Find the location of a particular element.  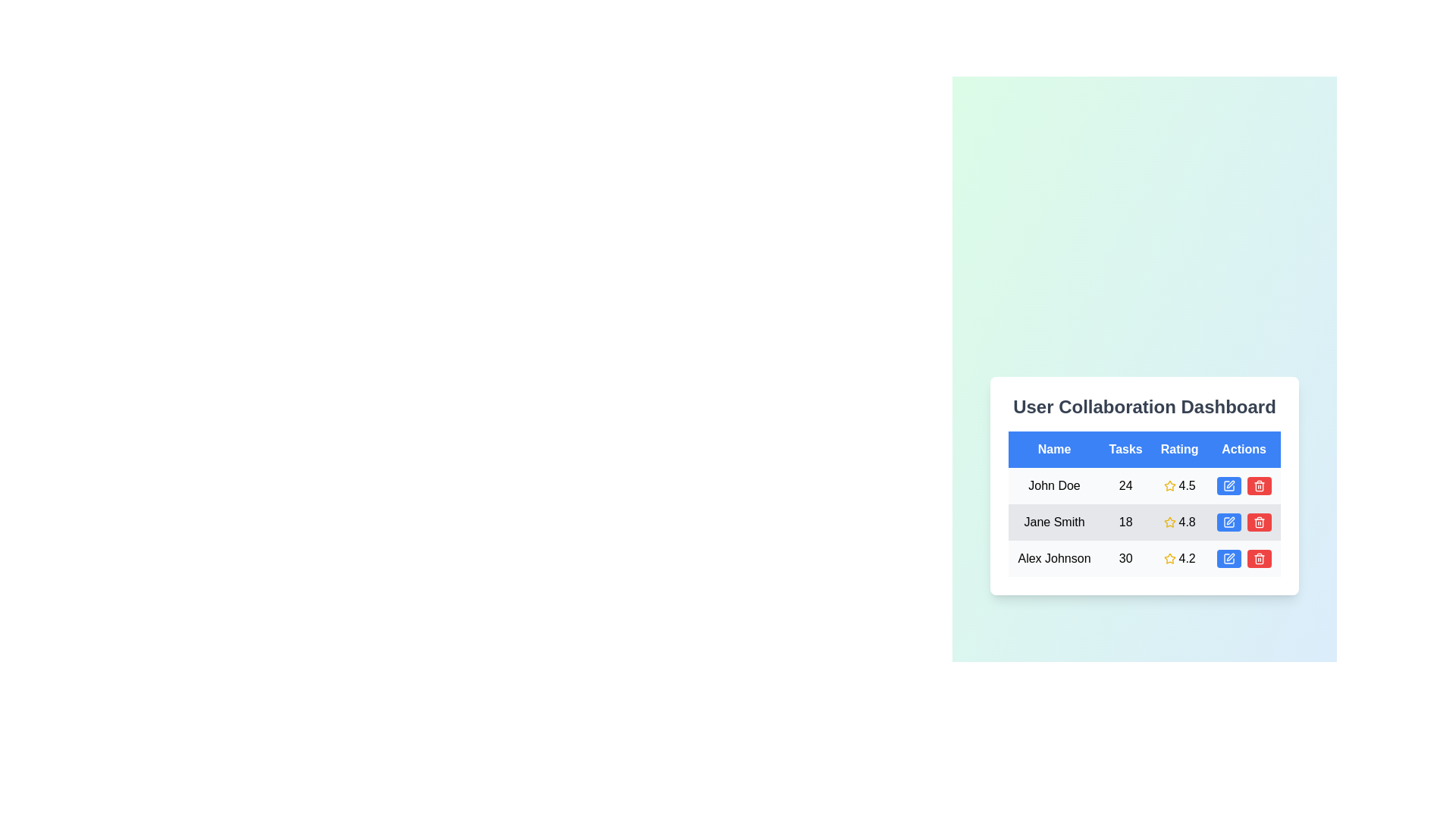

the small blue button with a white pen icon located in the 'Actions' column of the last row in the 'User Collaboration Dashboard' table is located at coordinates (1228, 558).